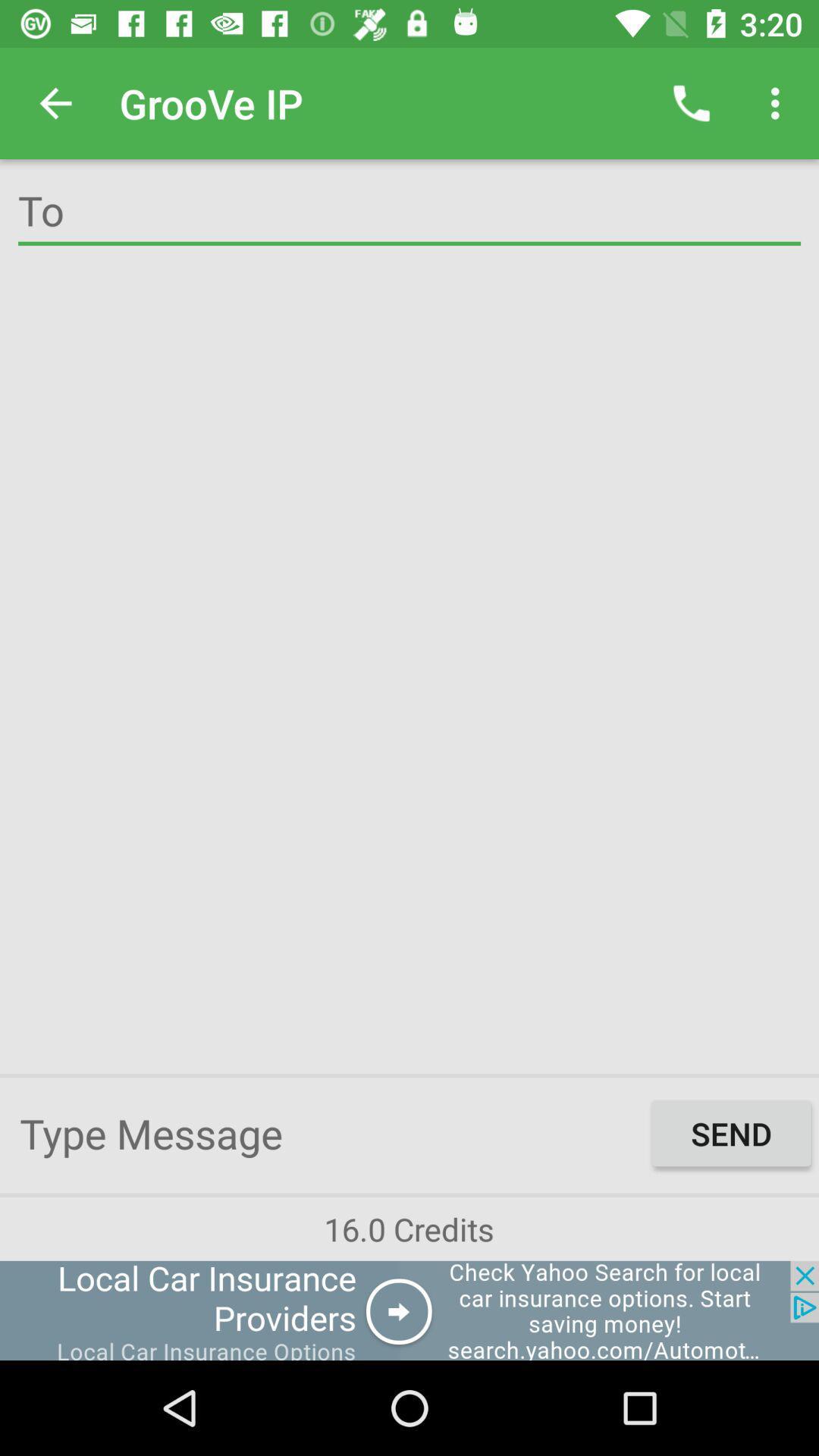  What do you see at coordinates (409, 213) in the screenshot?
I see `into search` at bounding box center [409, 213].